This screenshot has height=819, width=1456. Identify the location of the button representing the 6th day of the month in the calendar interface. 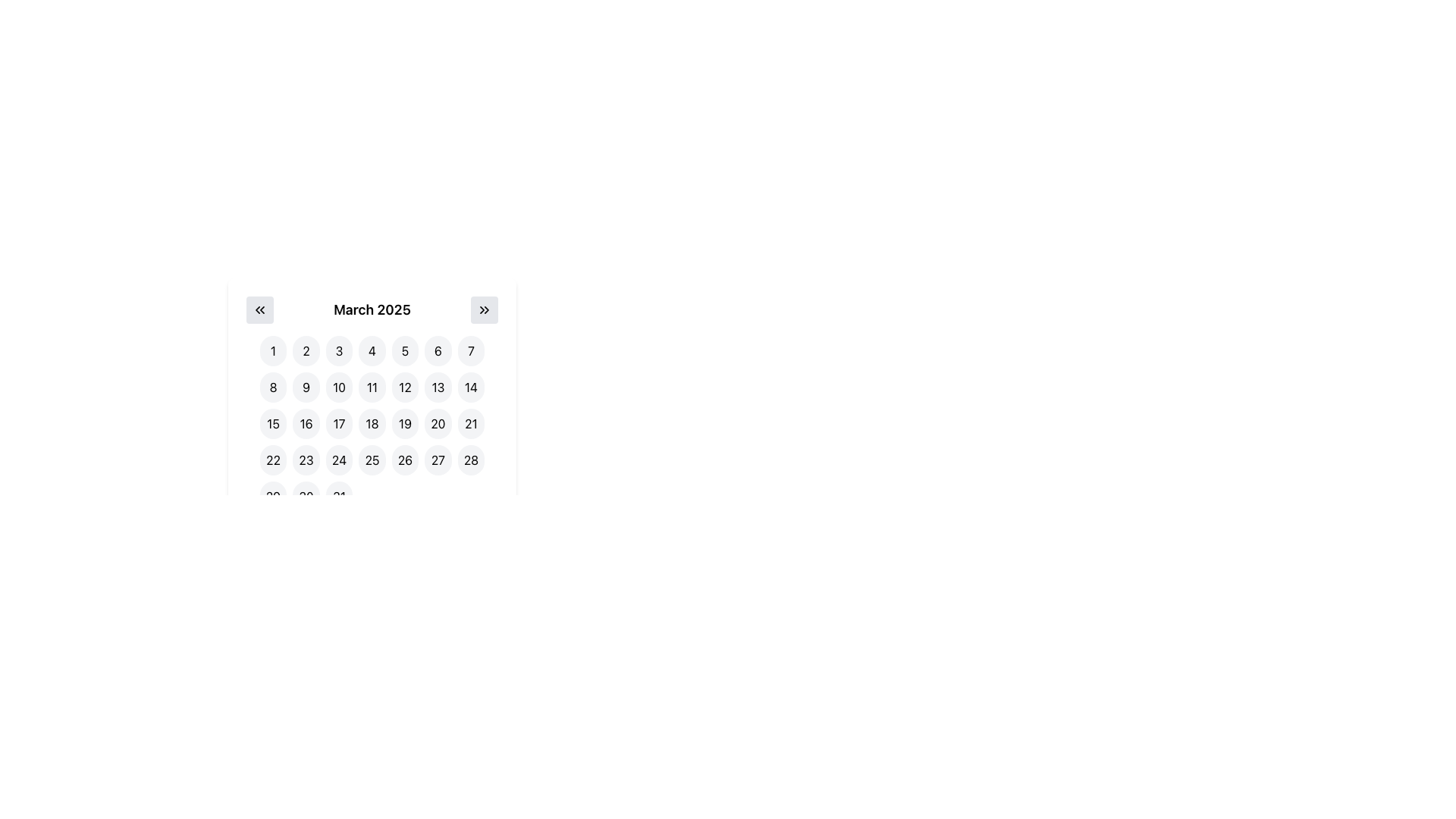
(437, 350).